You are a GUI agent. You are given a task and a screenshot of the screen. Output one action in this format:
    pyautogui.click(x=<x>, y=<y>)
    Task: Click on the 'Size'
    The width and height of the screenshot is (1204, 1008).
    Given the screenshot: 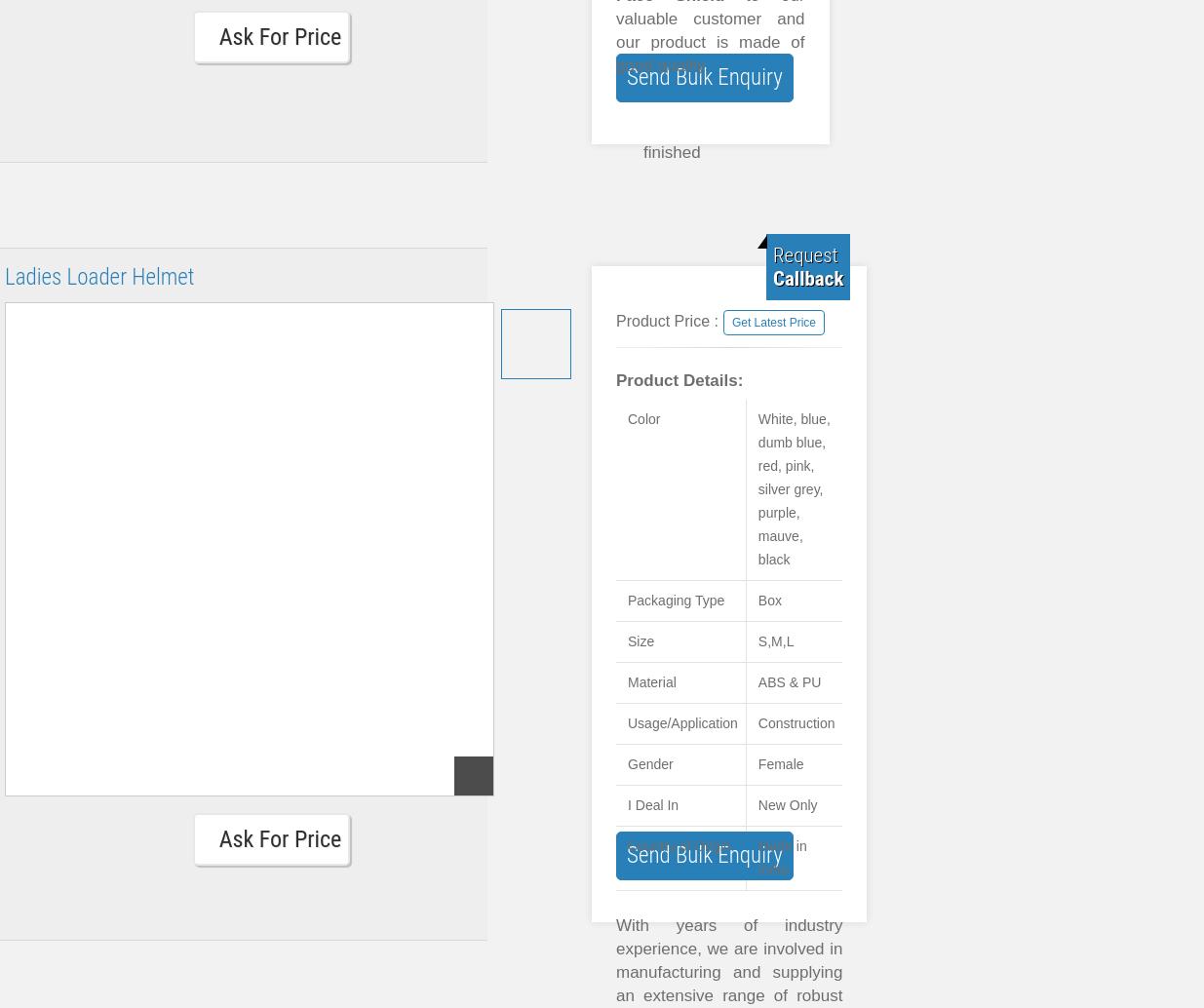 What is the action you would take?
    pyautogui.click(x=641, y=641)
    